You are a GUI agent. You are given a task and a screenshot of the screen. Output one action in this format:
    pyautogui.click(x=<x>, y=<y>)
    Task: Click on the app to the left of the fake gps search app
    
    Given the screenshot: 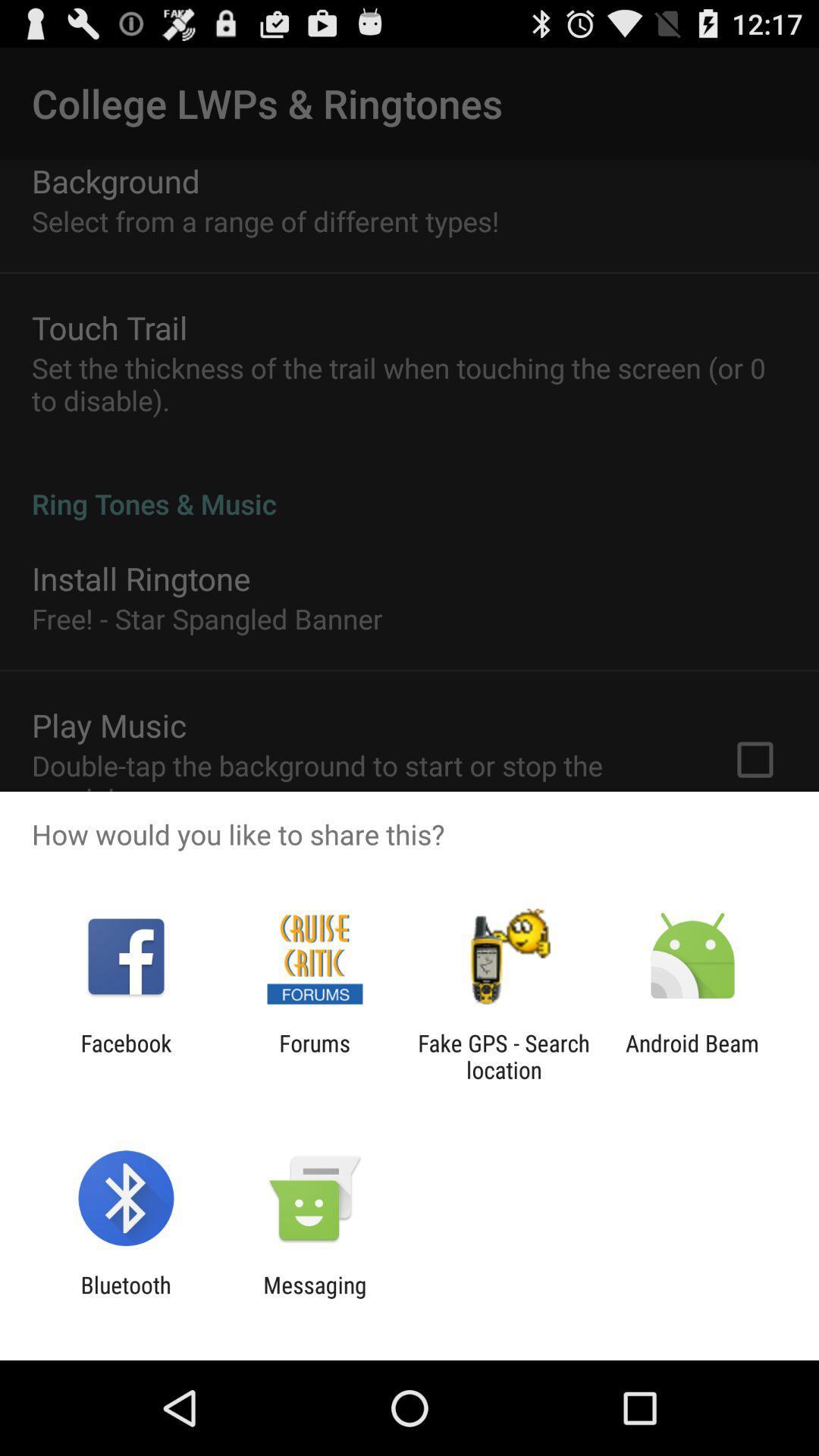 What is the action you would take?
    pyautogui.click(x=314, y=1056)
    